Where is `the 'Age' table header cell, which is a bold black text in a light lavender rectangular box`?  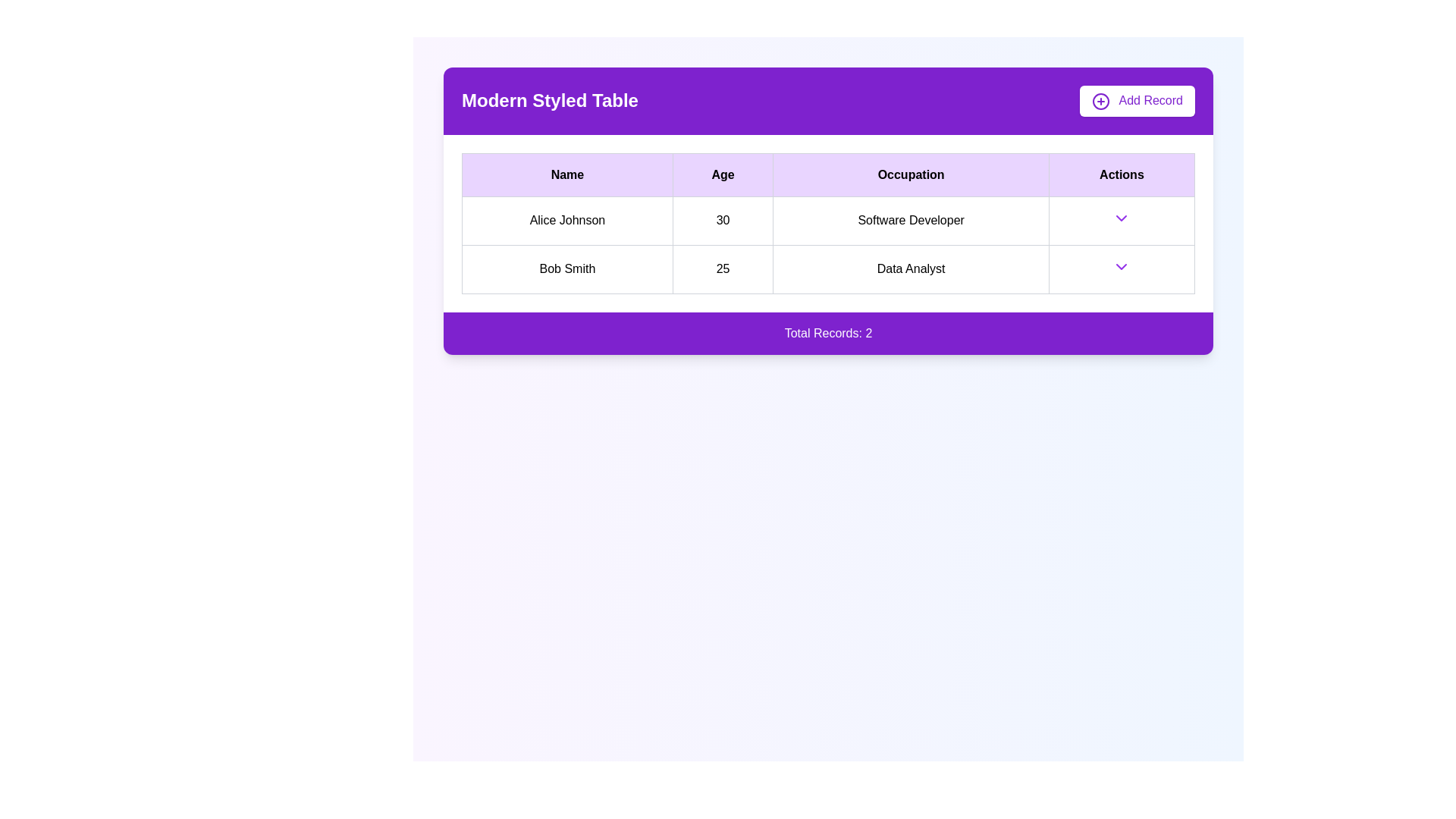 the 'Age' table header cell, which is a bold black text in a light lavender rectangular box is located at coordinates (722, 174).